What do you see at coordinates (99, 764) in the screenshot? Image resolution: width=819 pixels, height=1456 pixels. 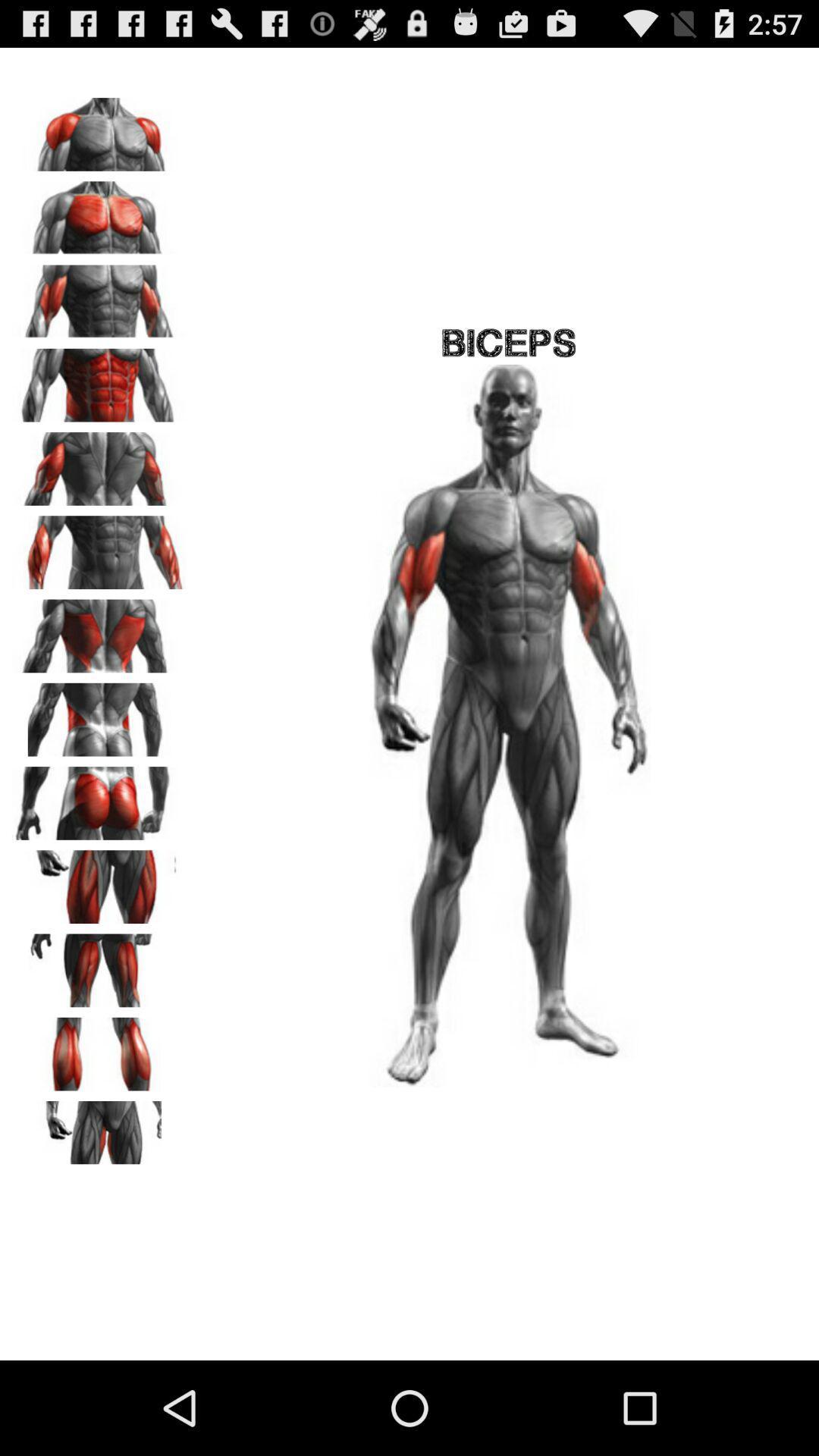 I see `the pause icon` at bounding box center [99, 764].